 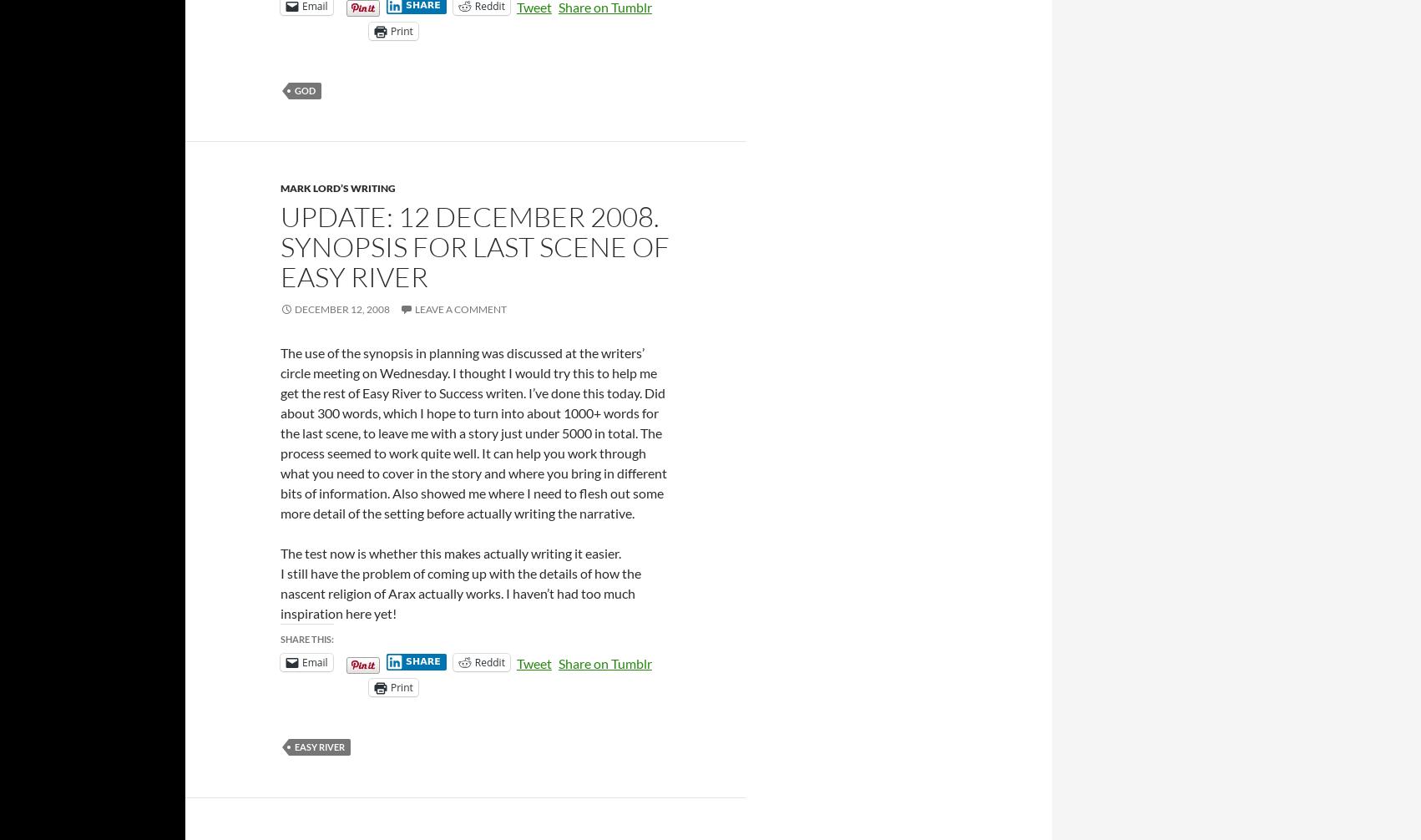 What do you see at coordinates (422, 660) in the screenshot?
I see `'Share'` at bounding box center [422, 660].